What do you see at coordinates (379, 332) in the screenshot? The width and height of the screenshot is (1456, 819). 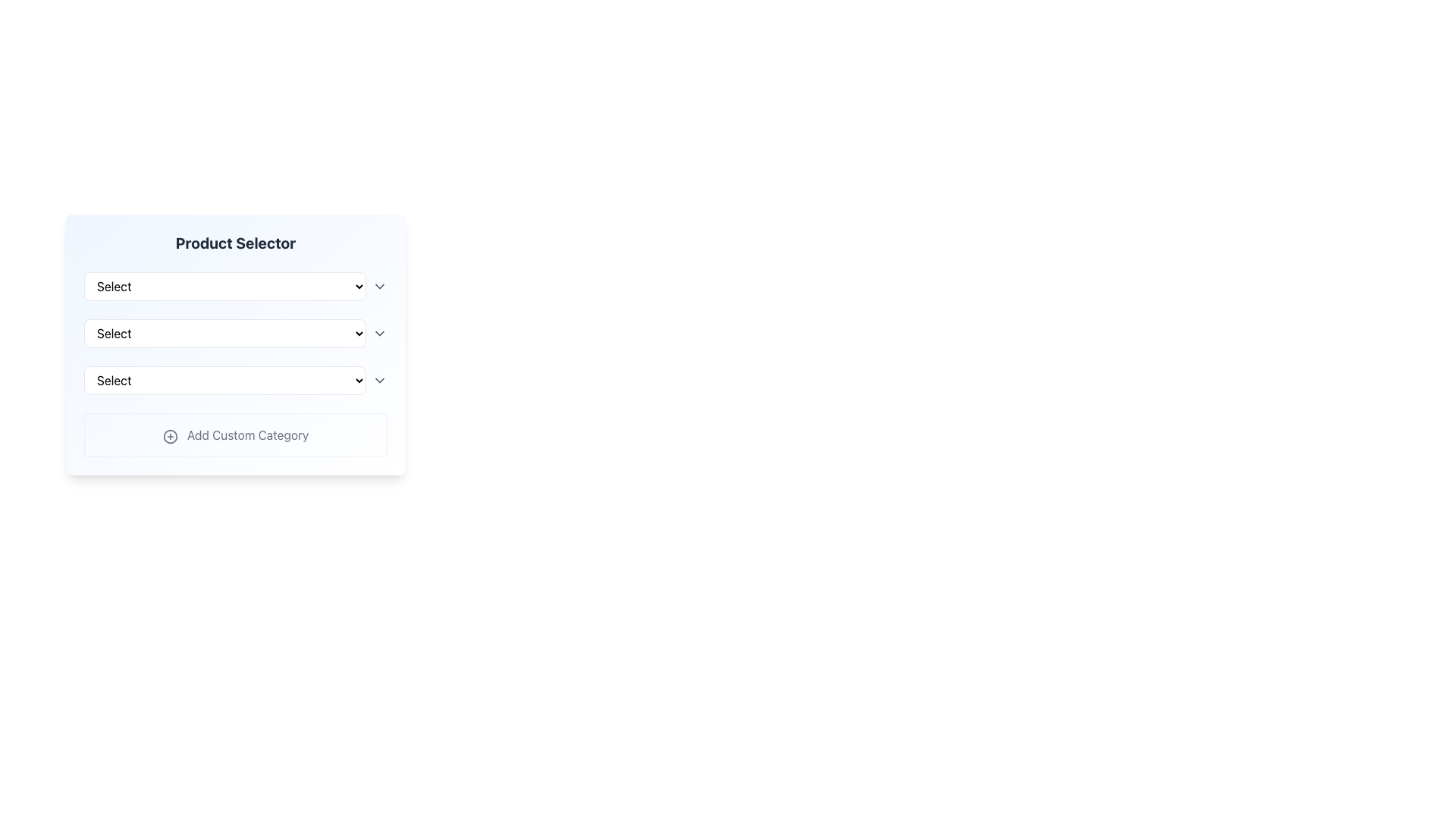 I see `the Chevron Downward icon located at the far-right of the second 'Select' dropdown field by moving the cursor to its center point` at bounding box center [379, 332].